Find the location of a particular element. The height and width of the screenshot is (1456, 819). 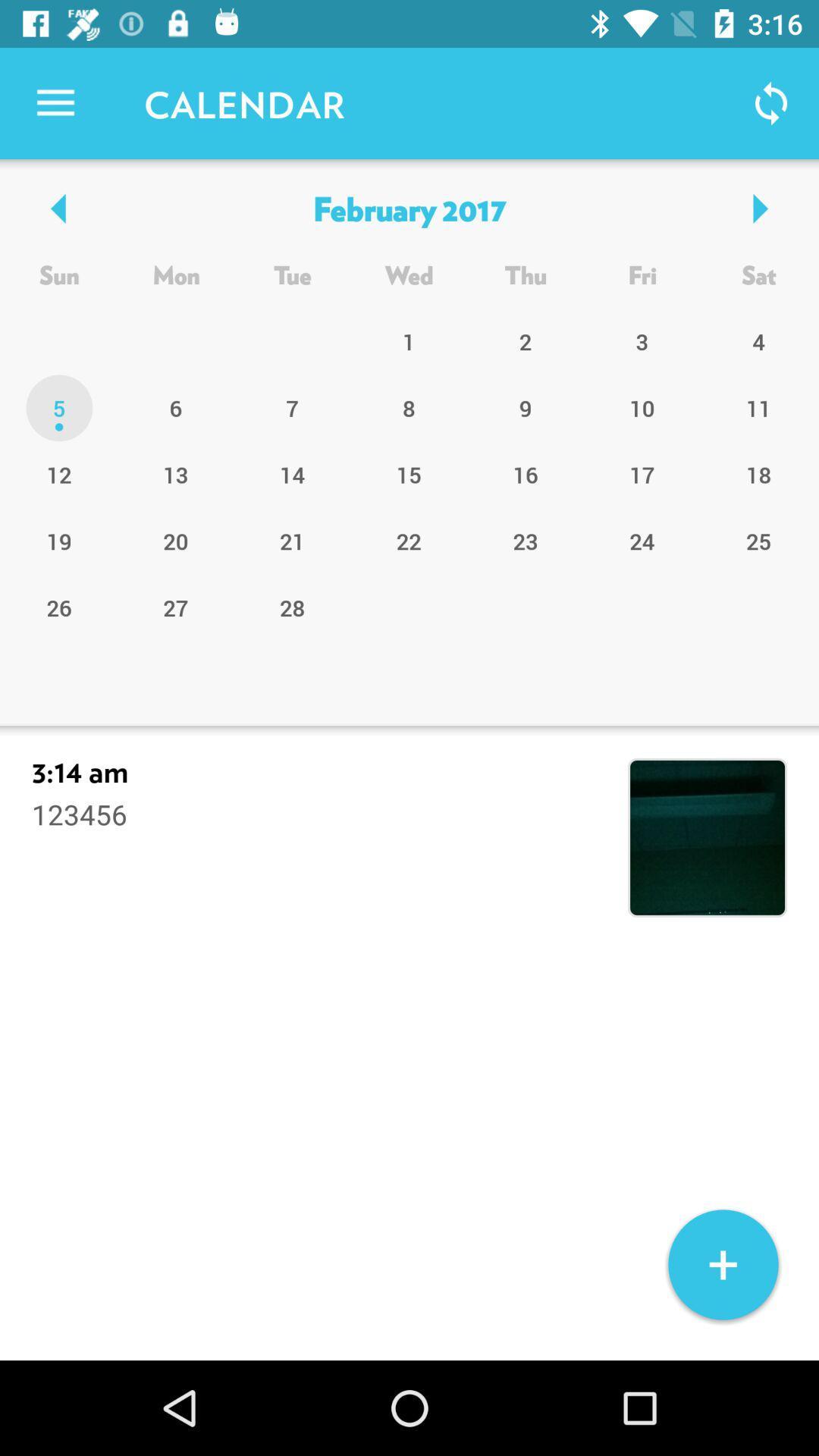

the item above sun is located at coordinates (408, 207).